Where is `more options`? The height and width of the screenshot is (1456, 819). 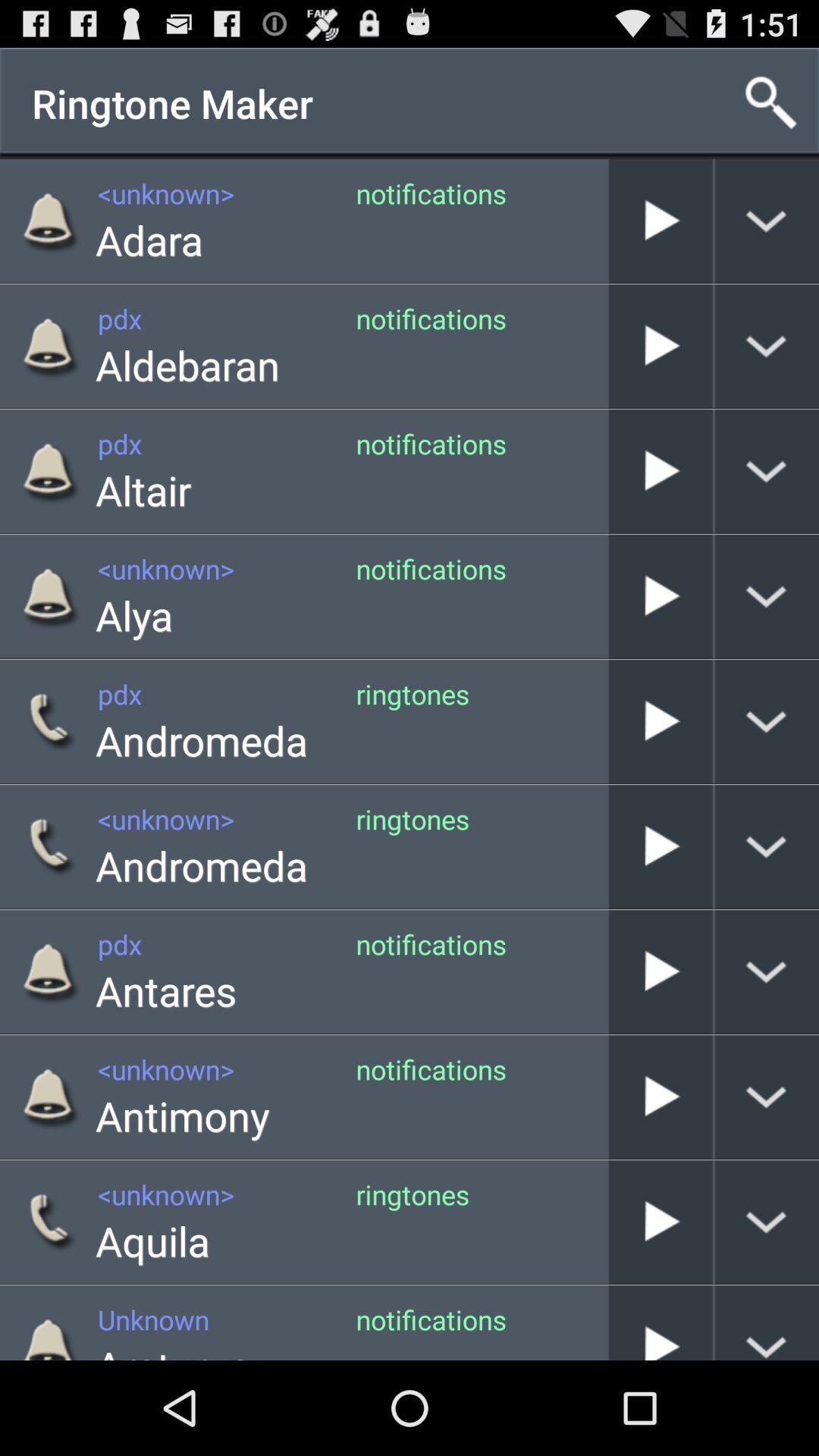 more options is located at coordinates (767, 720).